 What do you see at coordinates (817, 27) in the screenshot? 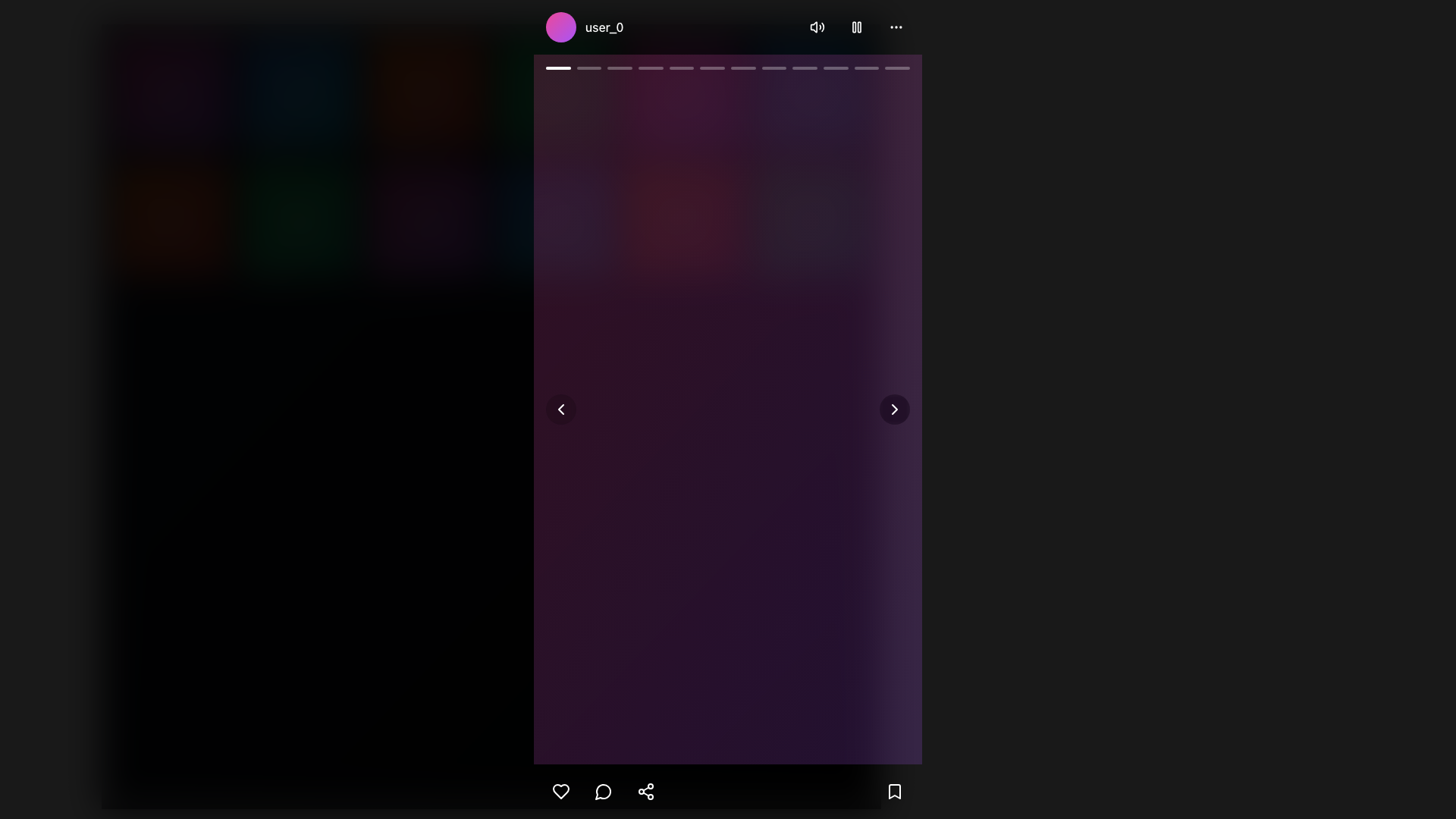
I see `the volume control button, which is an icon resembling a speaker with sound waves, located at the top-right corner of the interface` at bounding box center [817, 27].